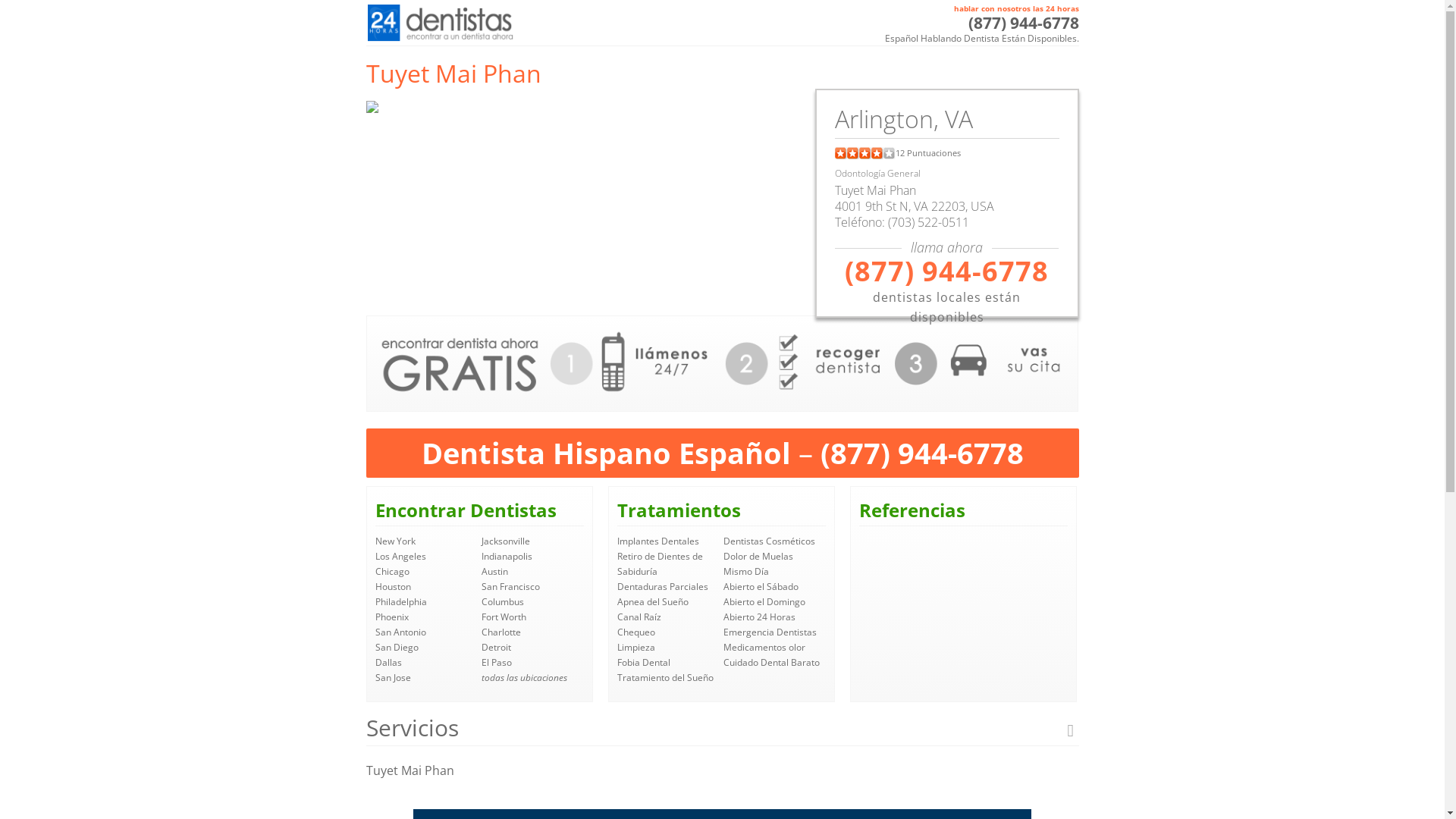 This screenshot has width=1456, height=819. Describe the element at coordinates (506, 540) in the screenshot. I see `'Jacksonville'` at that location.